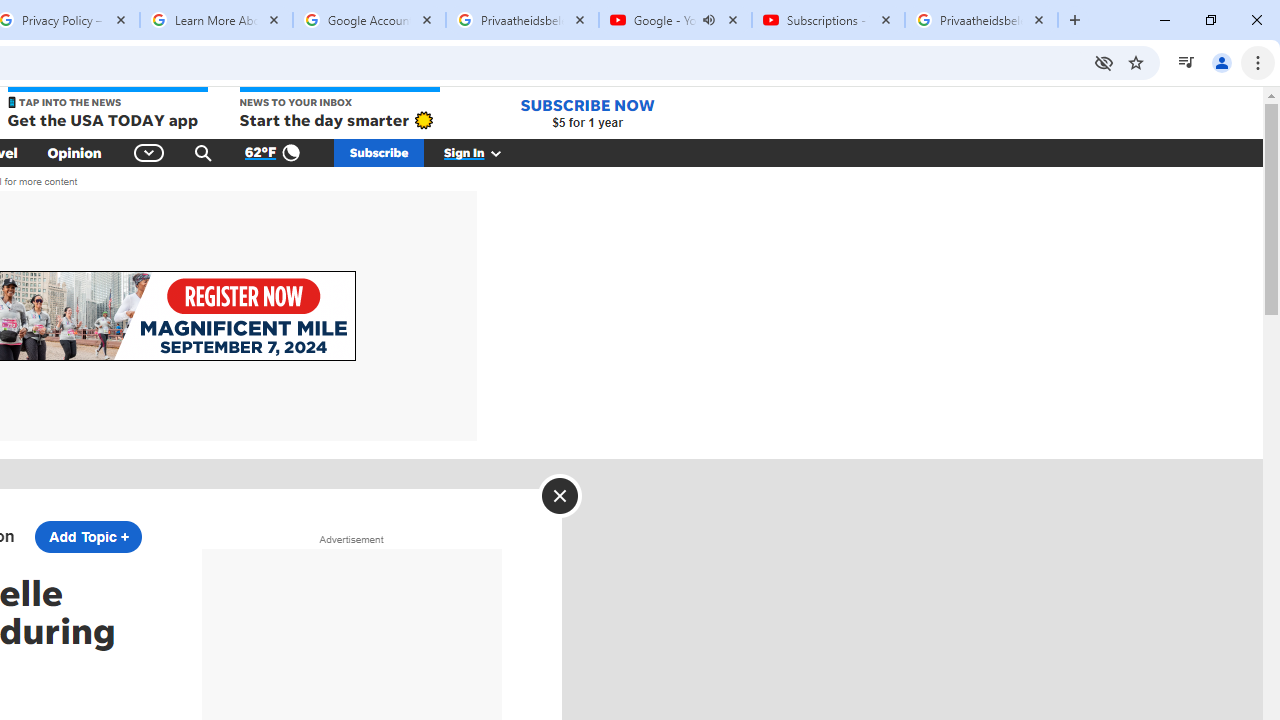 The height and width of the screenshot is (720, 1280). I want to click on 'Subscribe', so click(379, 152).